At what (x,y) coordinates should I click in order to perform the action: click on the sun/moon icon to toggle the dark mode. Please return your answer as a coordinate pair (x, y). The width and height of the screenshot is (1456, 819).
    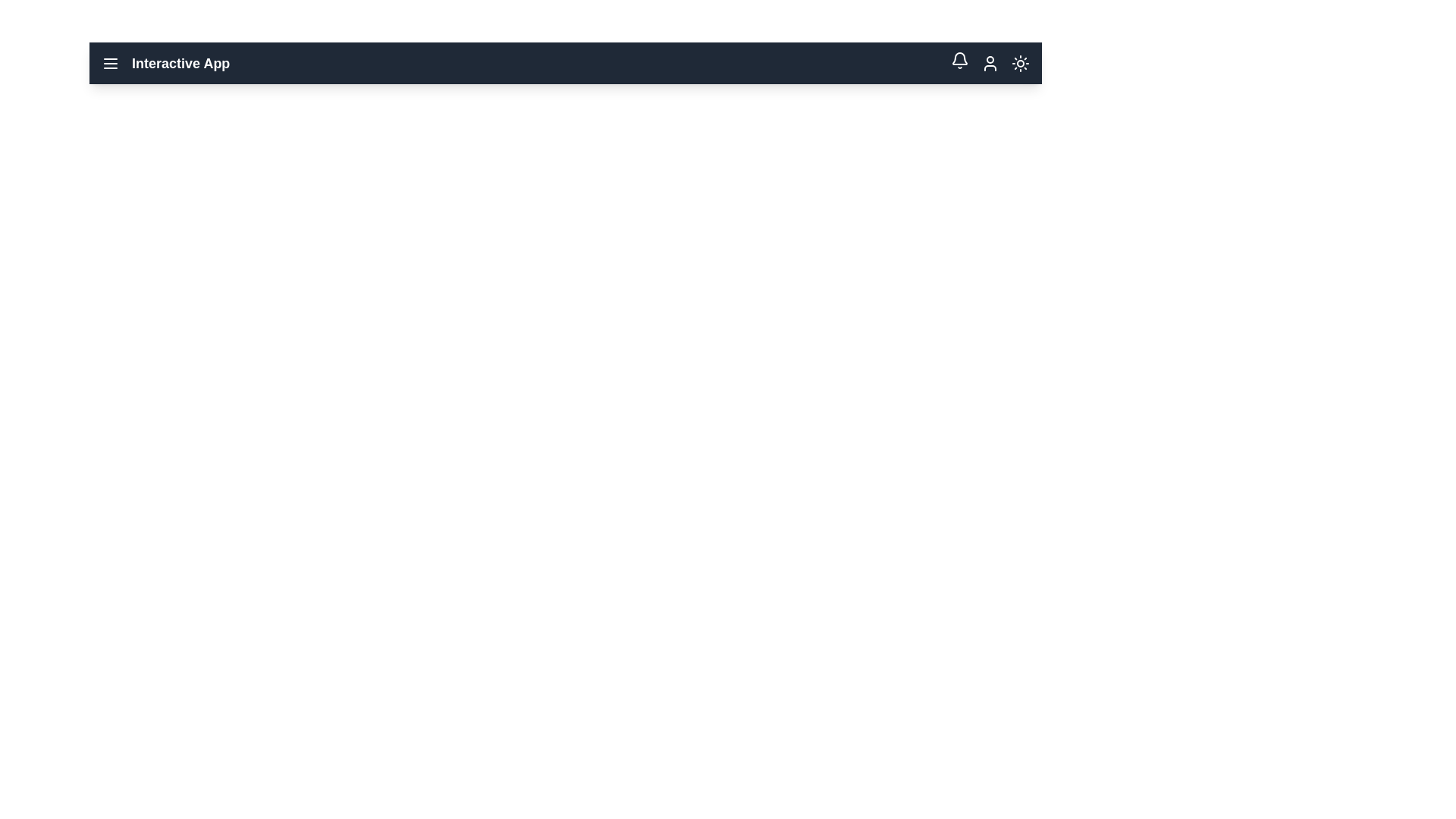
    Looking at the image, I should click on (1020, 62).